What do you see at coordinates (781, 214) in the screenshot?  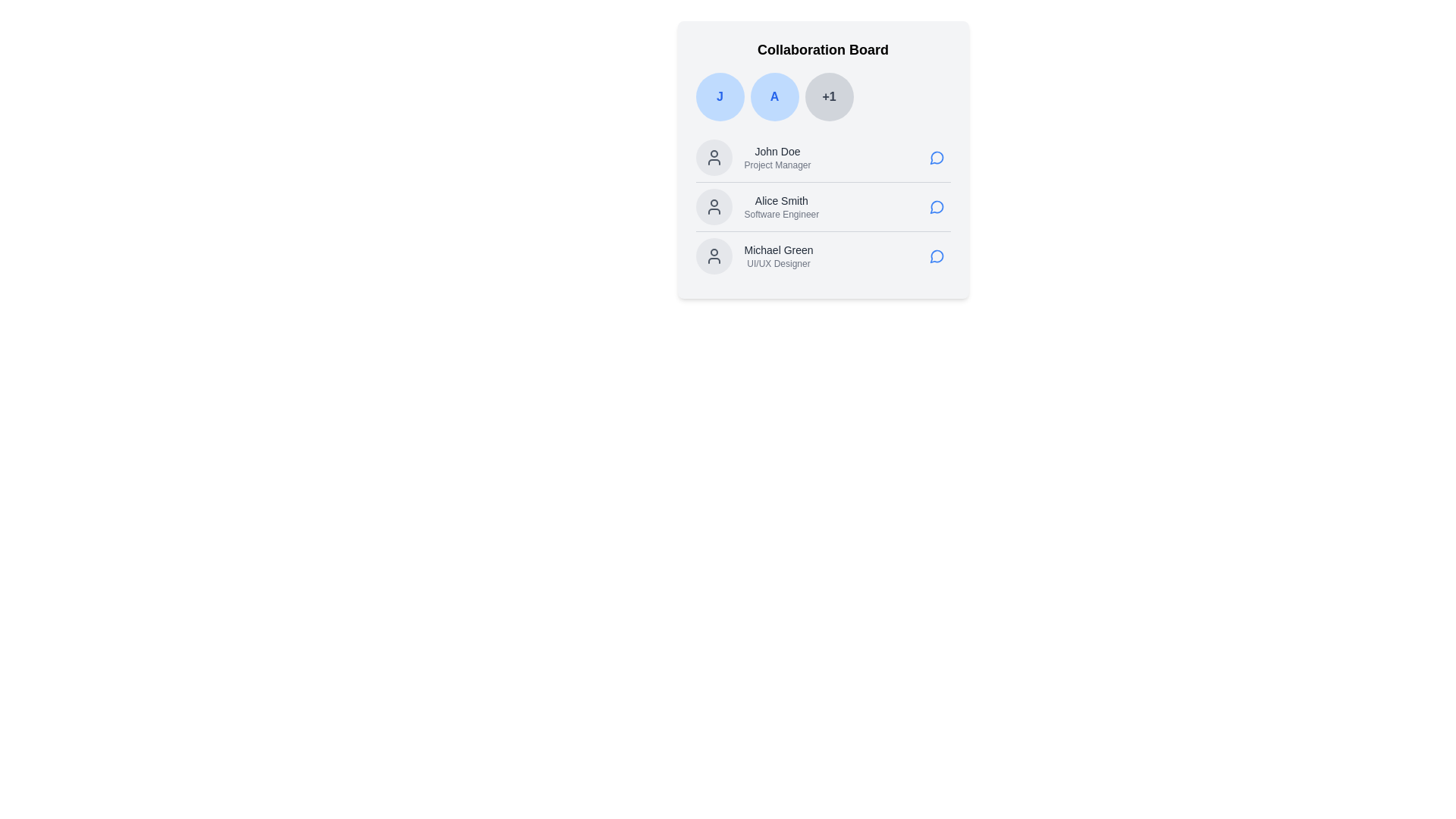 I see `the Text Label indicating the professional role of the user 'Alice Smith', which is located under the name 'Alice Smith' in the 'Collaboration Board' section, and is the second item in the vertical list of user details` at bounding box center [781, 214].